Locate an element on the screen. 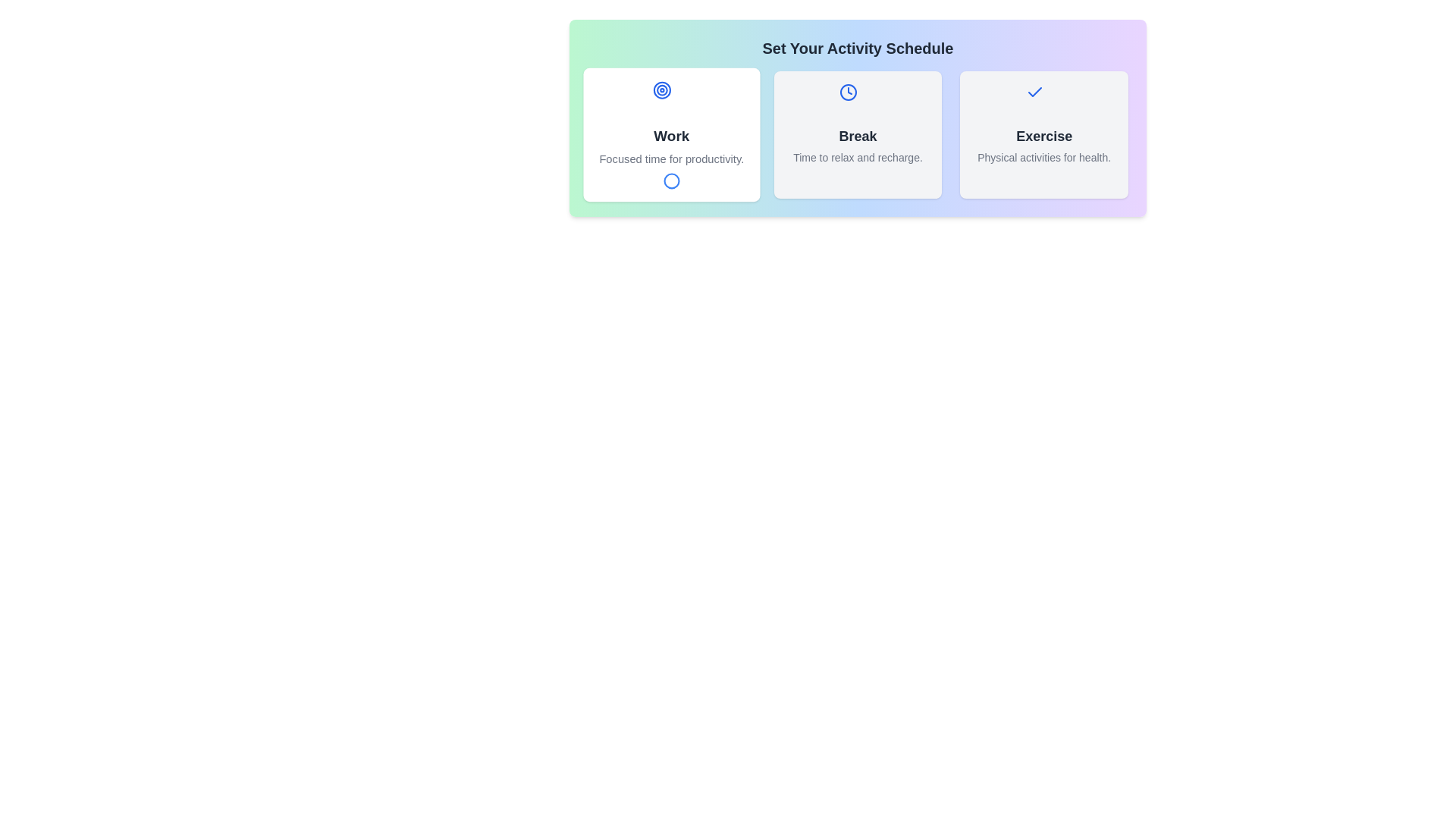 The height and width of the screenshot is (819, 1456). the SVG circle element that represents the outer boundary of the clock icon, centrally positioned within the 'Break' category card is located at coordinates (848, 93).